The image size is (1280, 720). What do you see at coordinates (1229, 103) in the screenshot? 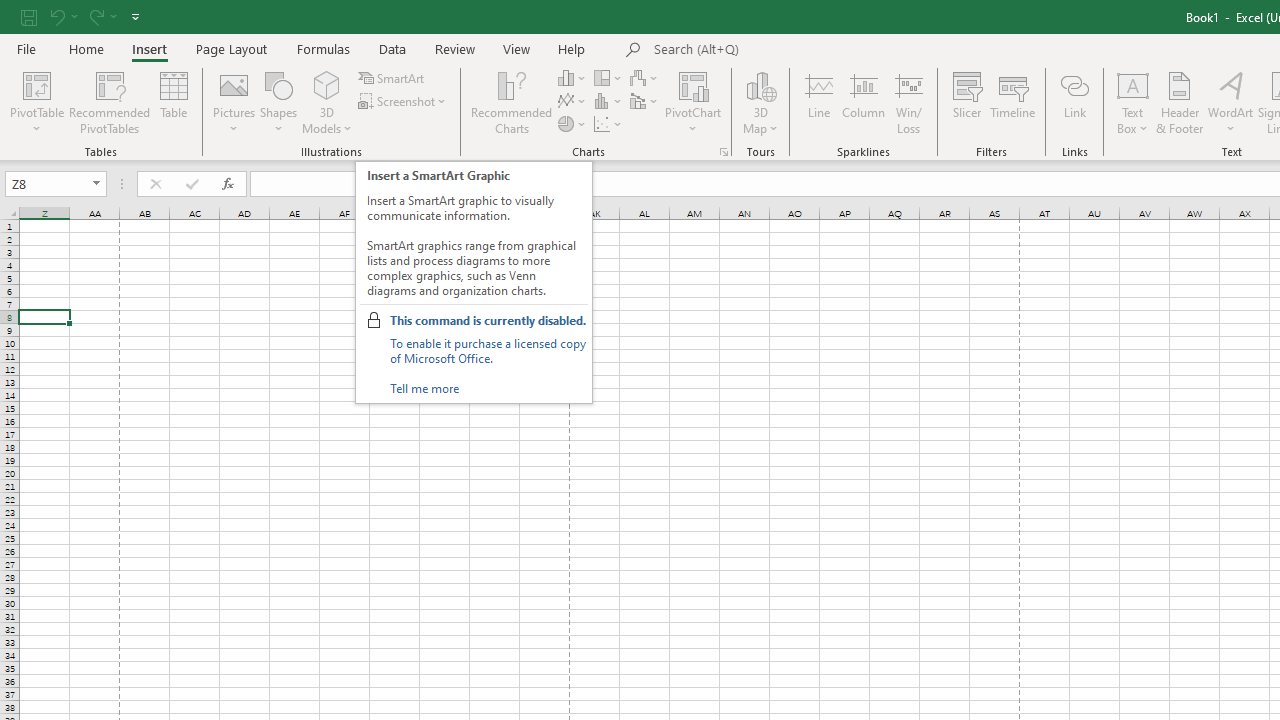
I see `'WordArt'` at bounding box center [1229, 103].